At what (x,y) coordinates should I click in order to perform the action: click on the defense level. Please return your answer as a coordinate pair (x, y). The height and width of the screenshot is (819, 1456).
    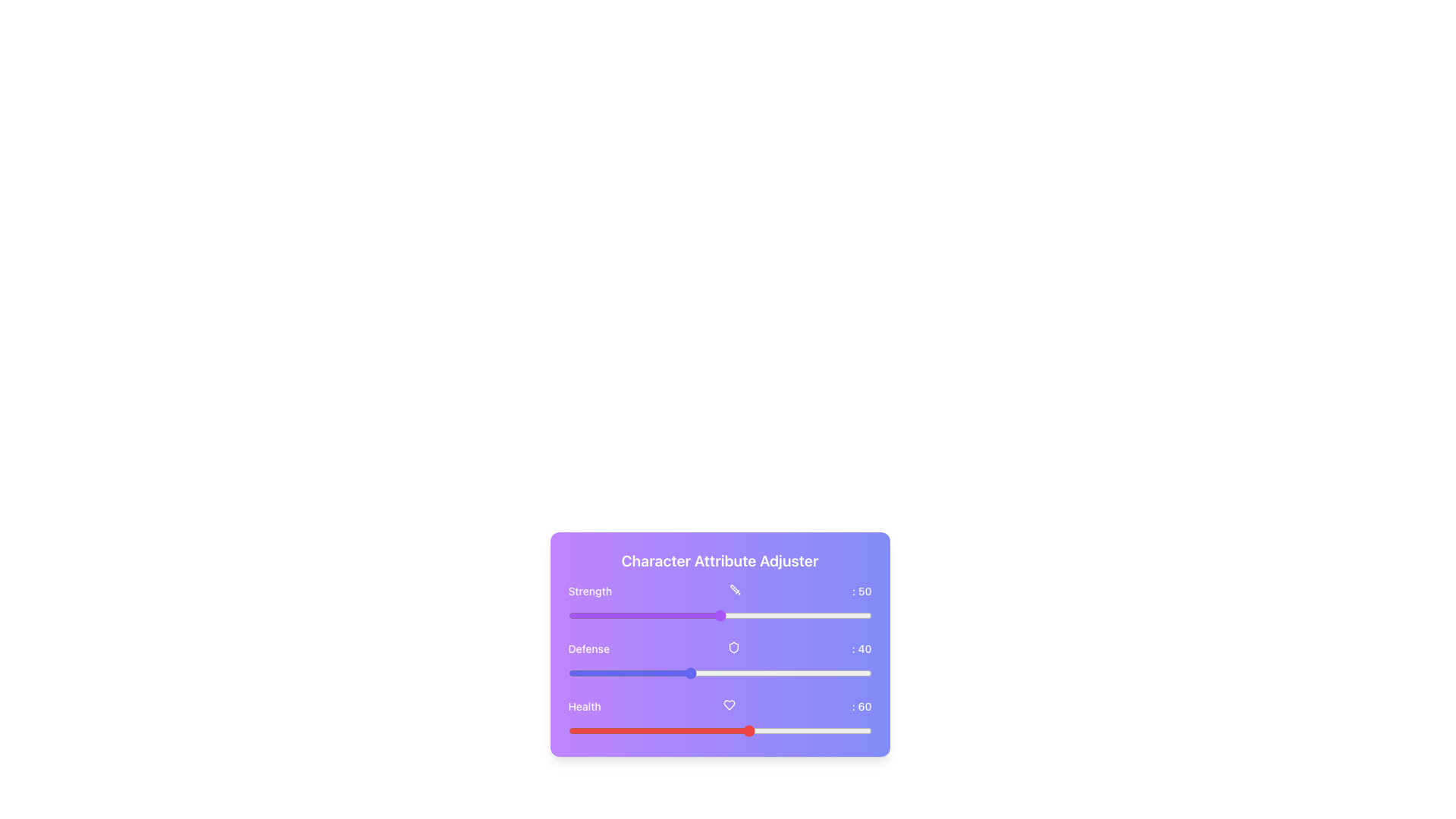
    Looking at the image, I should click on (725, 672).